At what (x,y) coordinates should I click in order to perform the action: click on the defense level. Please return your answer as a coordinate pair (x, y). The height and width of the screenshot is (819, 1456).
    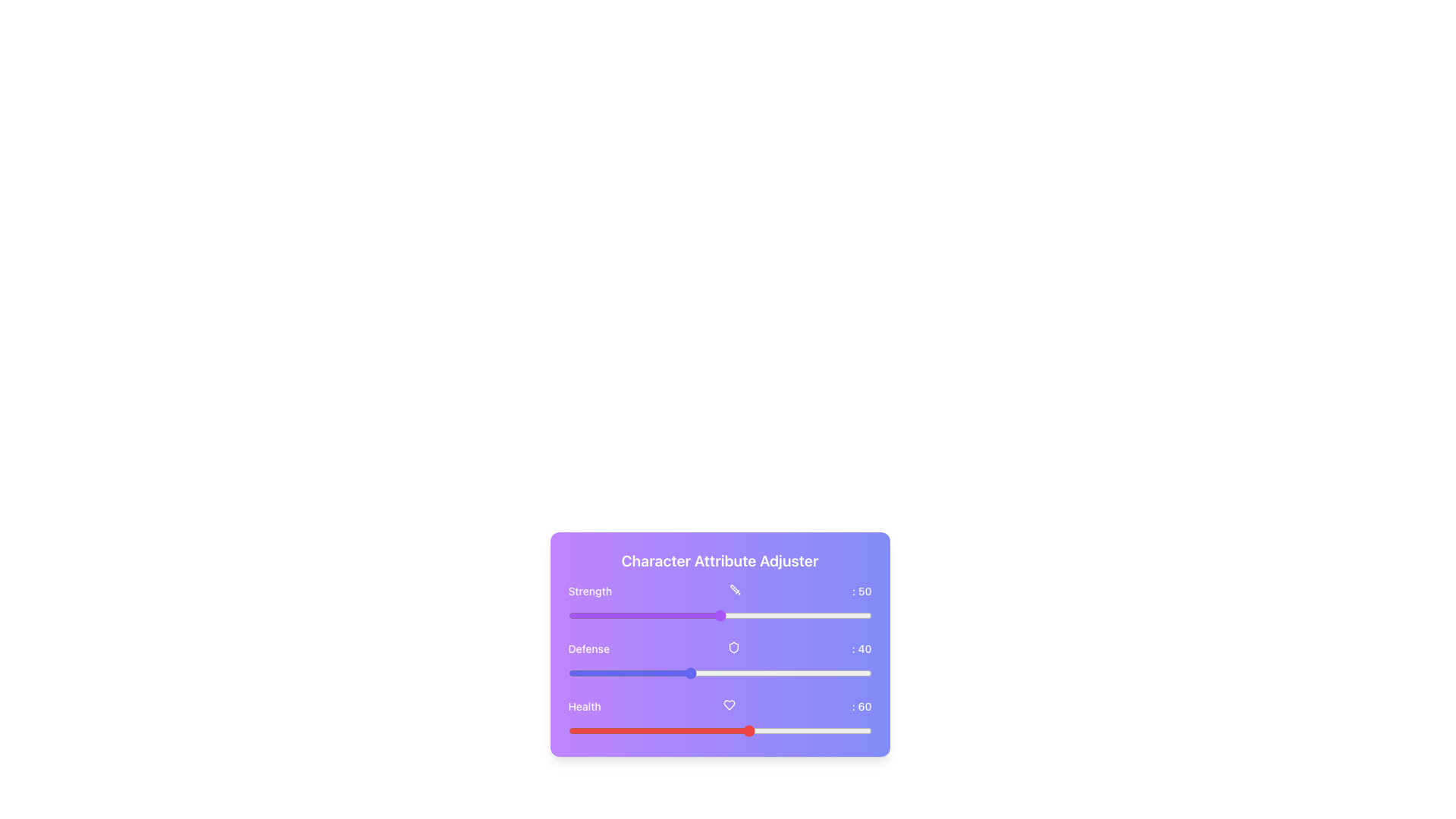
    Looking at the image, I should click on (725, 672).